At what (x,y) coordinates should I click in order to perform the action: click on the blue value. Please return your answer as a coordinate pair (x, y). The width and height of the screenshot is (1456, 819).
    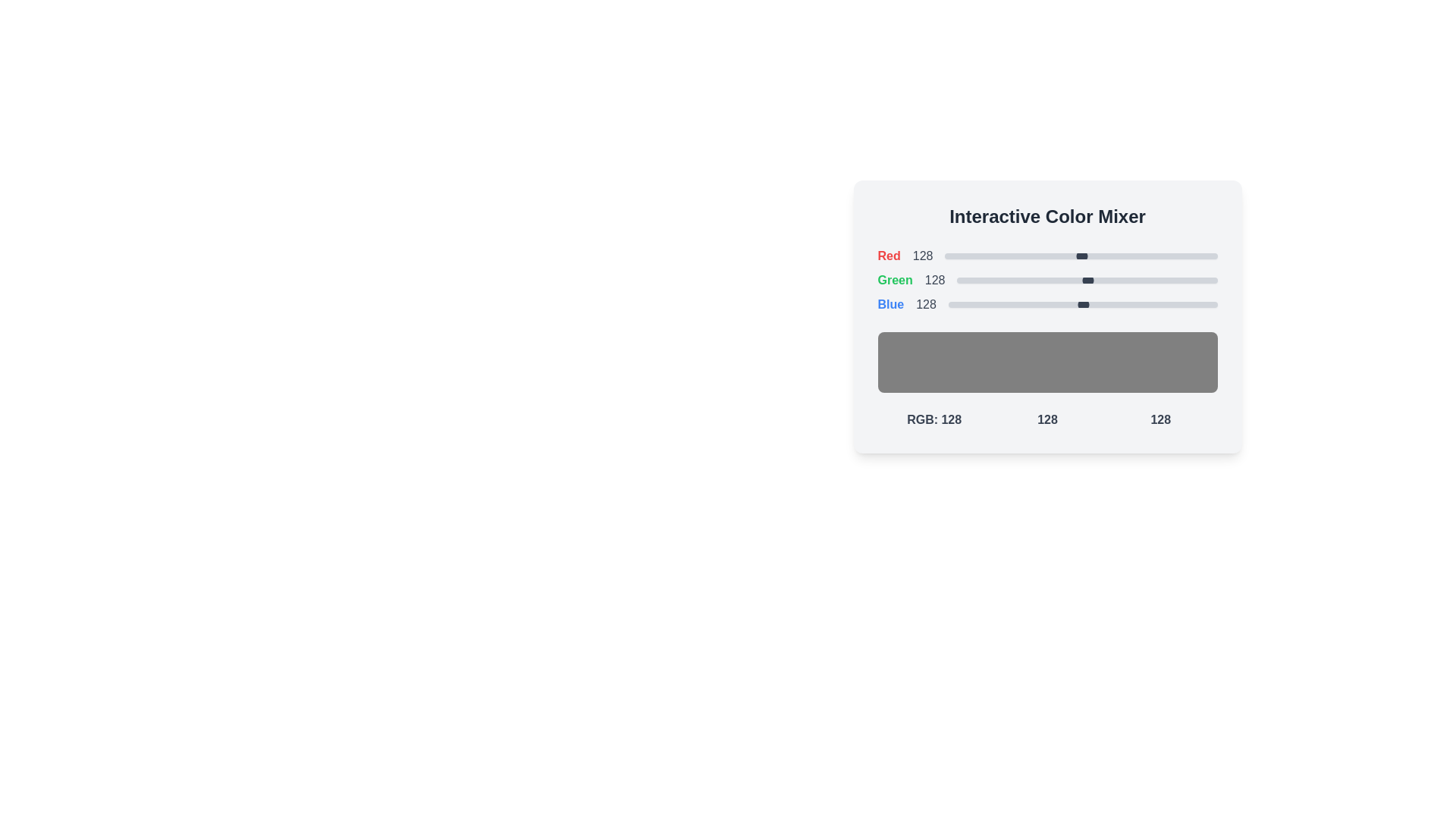
    Looking at the image, I should click on (1109, 304).